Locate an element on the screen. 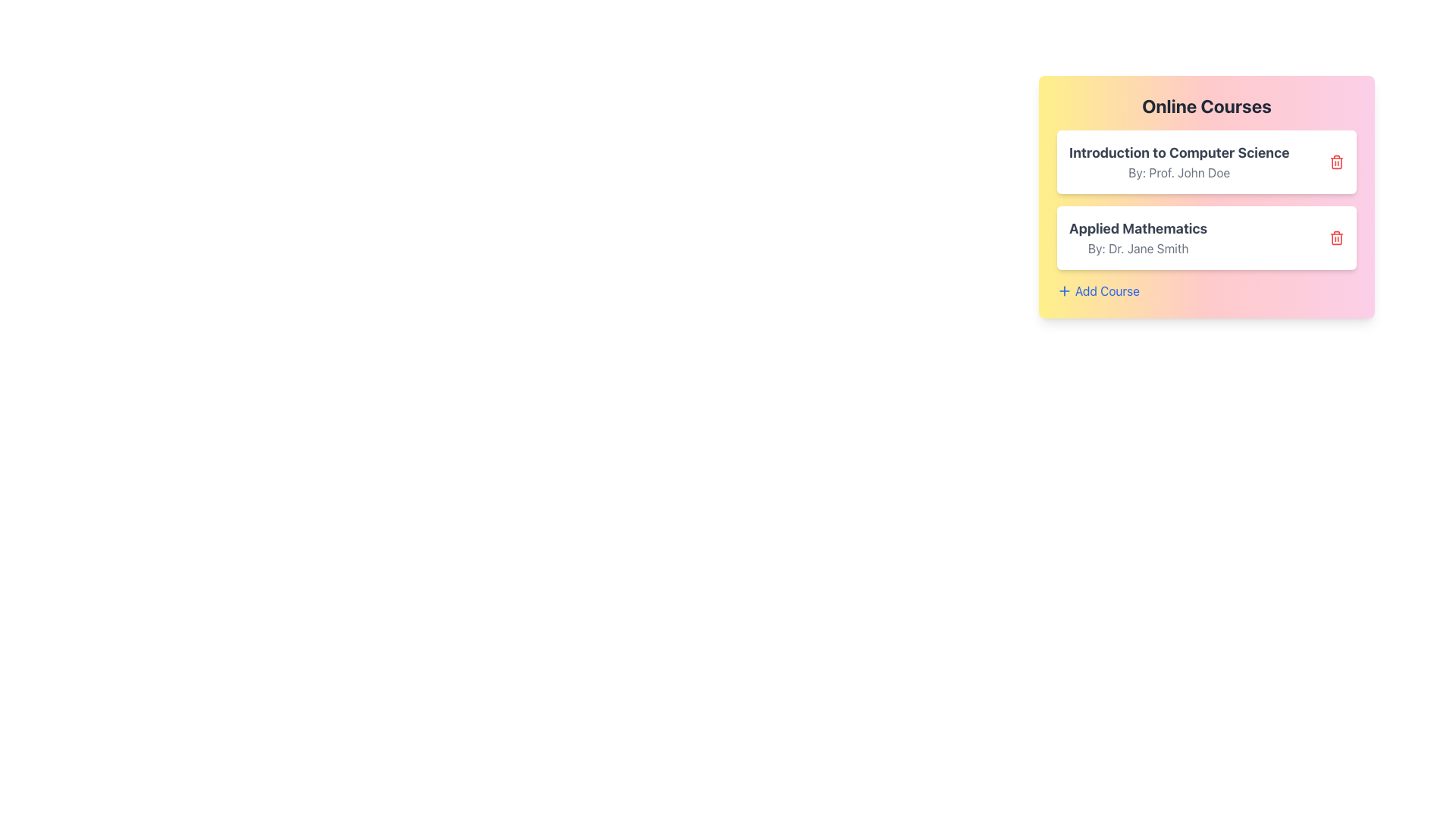 Image resolution: width=1456 pixels, height=819 pixels. the 'Applied Mathematics' text label, which is the second item in the 'Online Courses' section, located beneath 'Introduction to Computer Science' is located at coordinates (1138, 237).